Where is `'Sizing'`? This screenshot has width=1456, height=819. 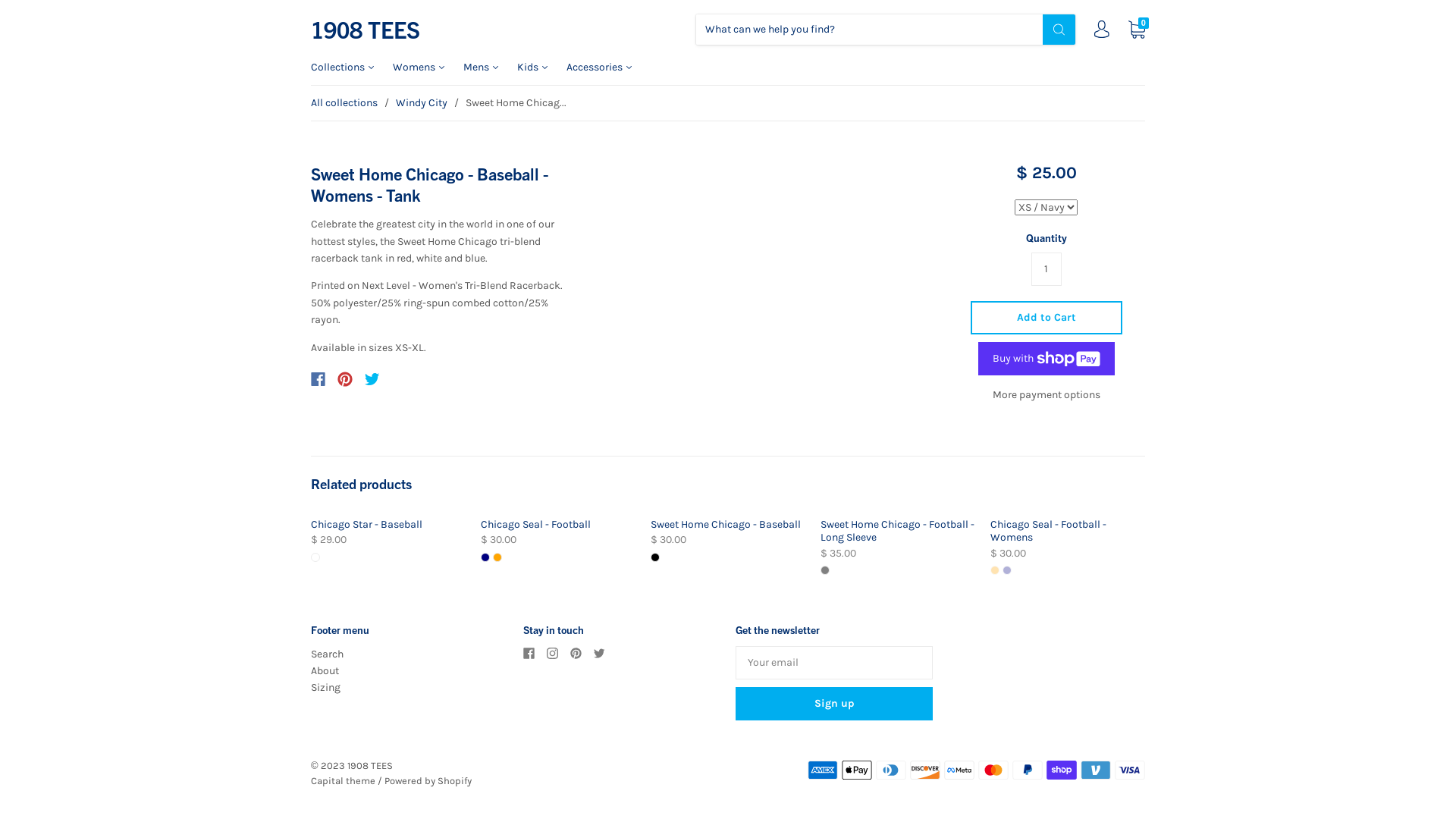 'Sizing' is located at coordinates (325, 687).